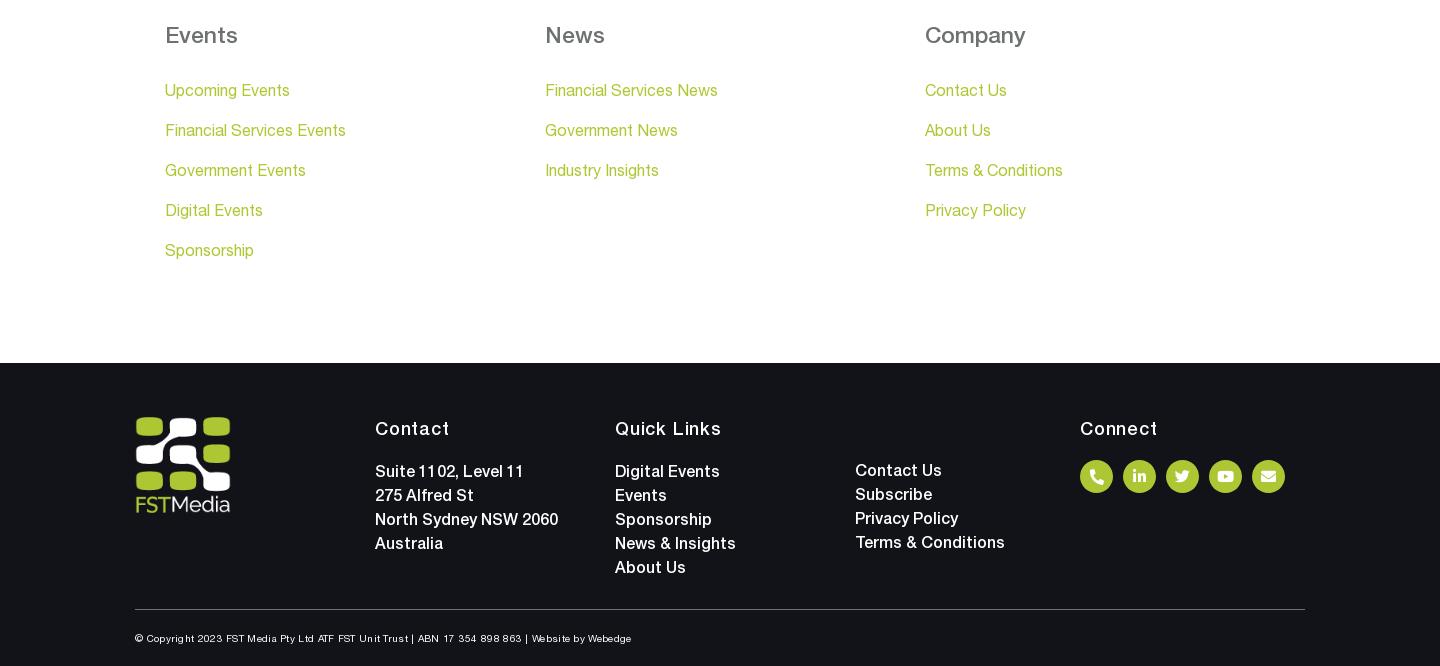  I want to click on 'Australia', so click(407, 542).